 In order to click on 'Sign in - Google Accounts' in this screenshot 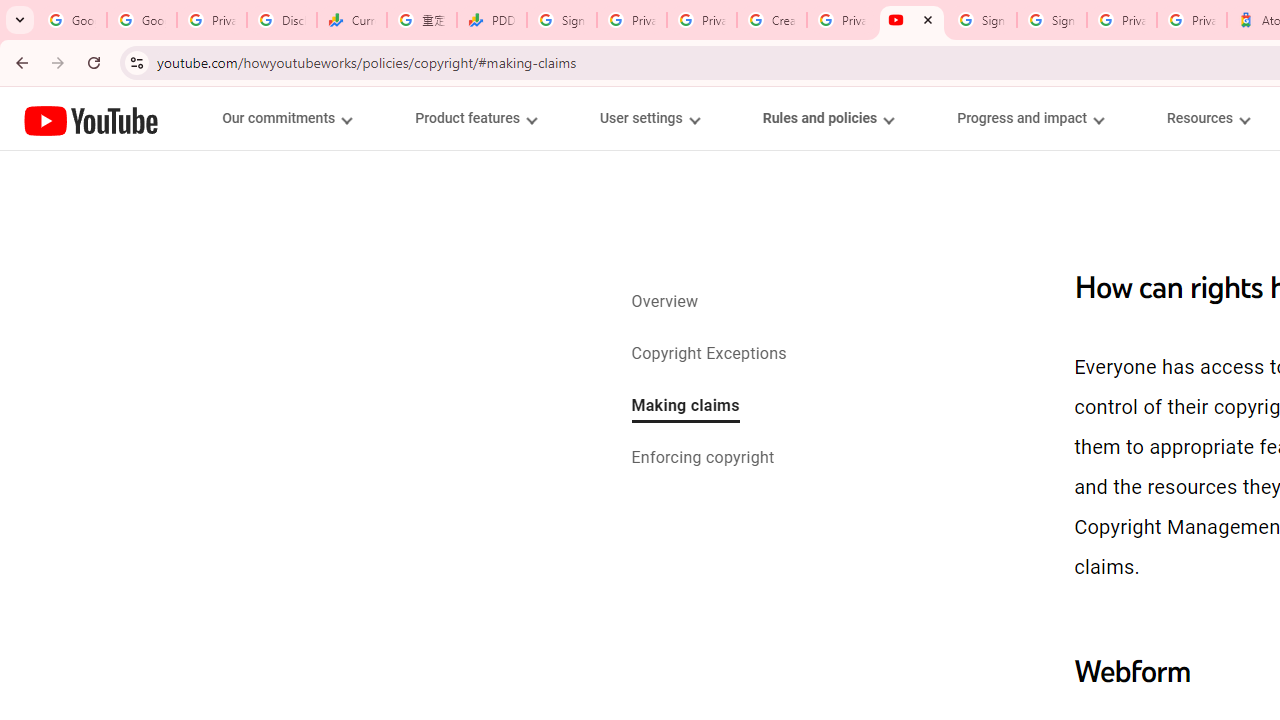, I will do `click(982, 20)`.